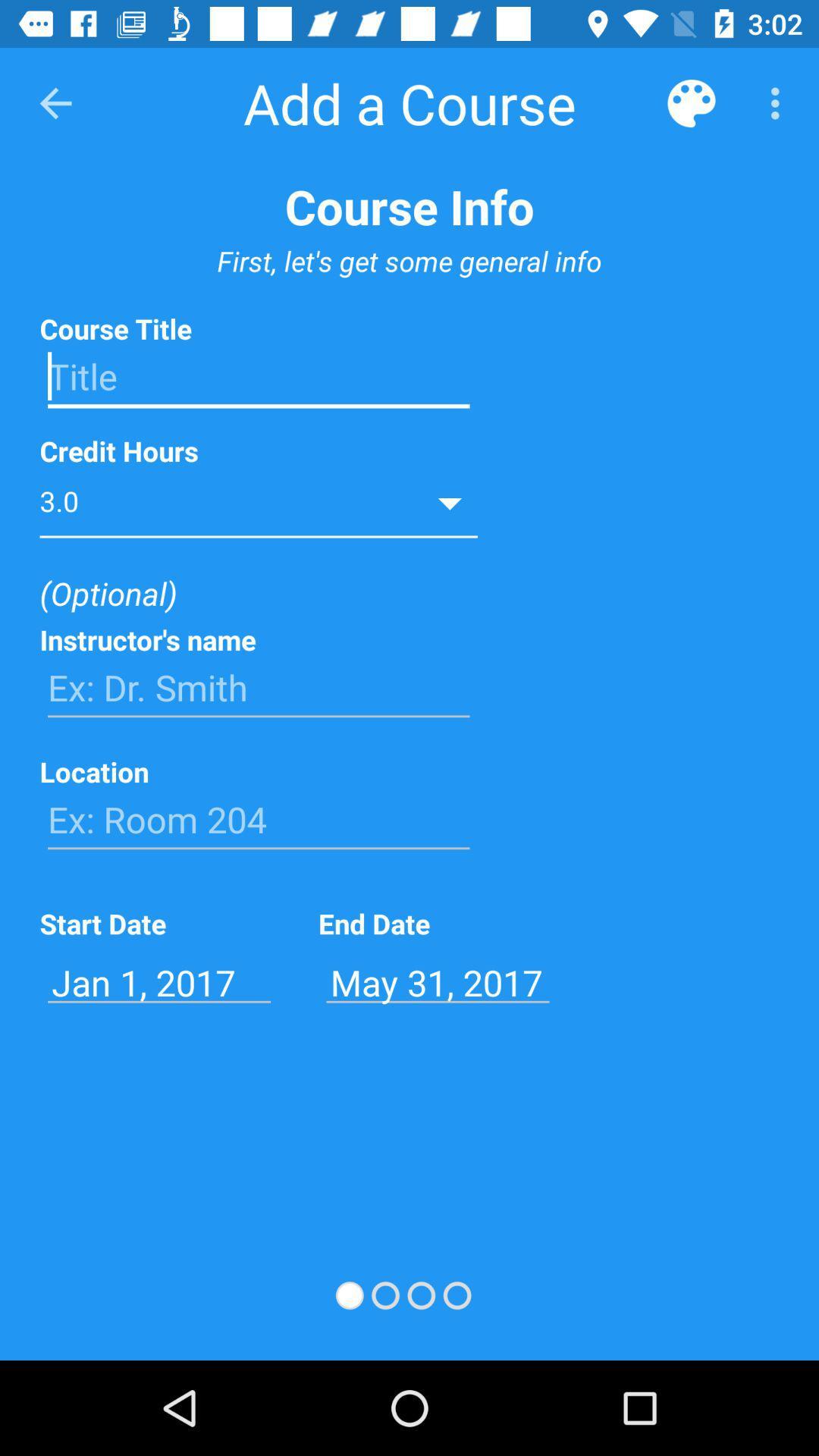  What do you see at coordinates (258, 819) in the screenshot?
I see `the text ex room 204` at bounding box center [258, 819].